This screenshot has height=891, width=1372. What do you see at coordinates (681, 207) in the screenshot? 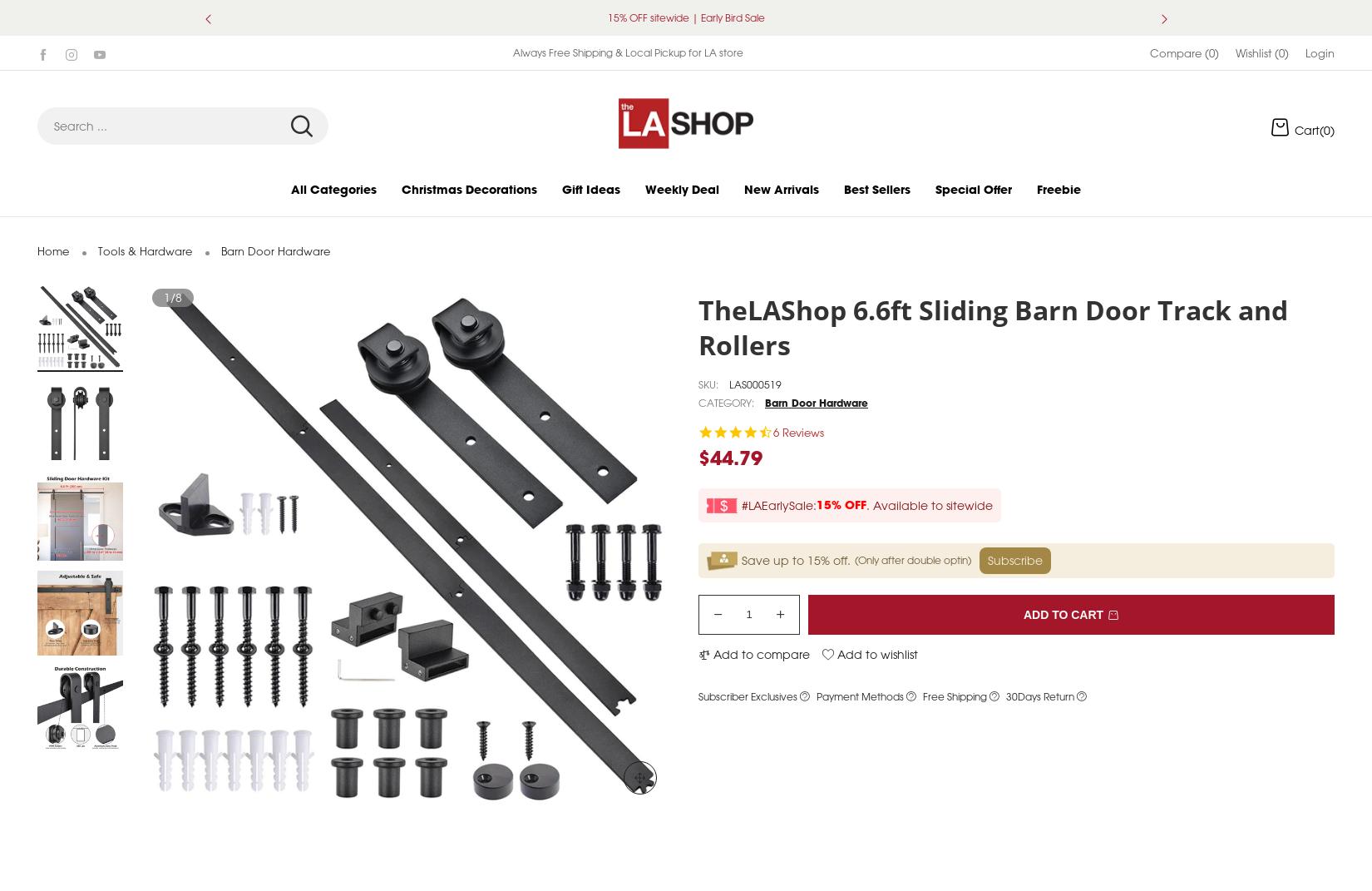
I see `'Weekly Deal'` at bounding box center [681, 207].